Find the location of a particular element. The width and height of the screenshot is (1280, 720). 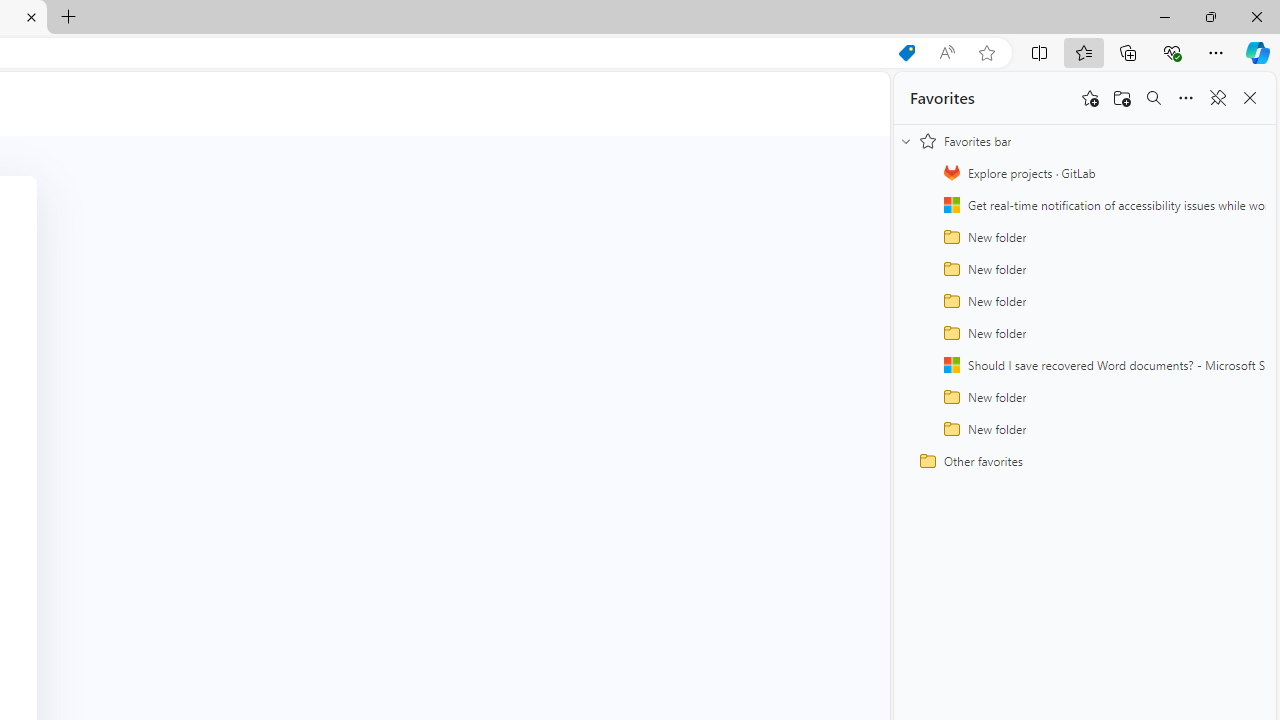

'Search favorites' is located at coordinates (1153, 98).